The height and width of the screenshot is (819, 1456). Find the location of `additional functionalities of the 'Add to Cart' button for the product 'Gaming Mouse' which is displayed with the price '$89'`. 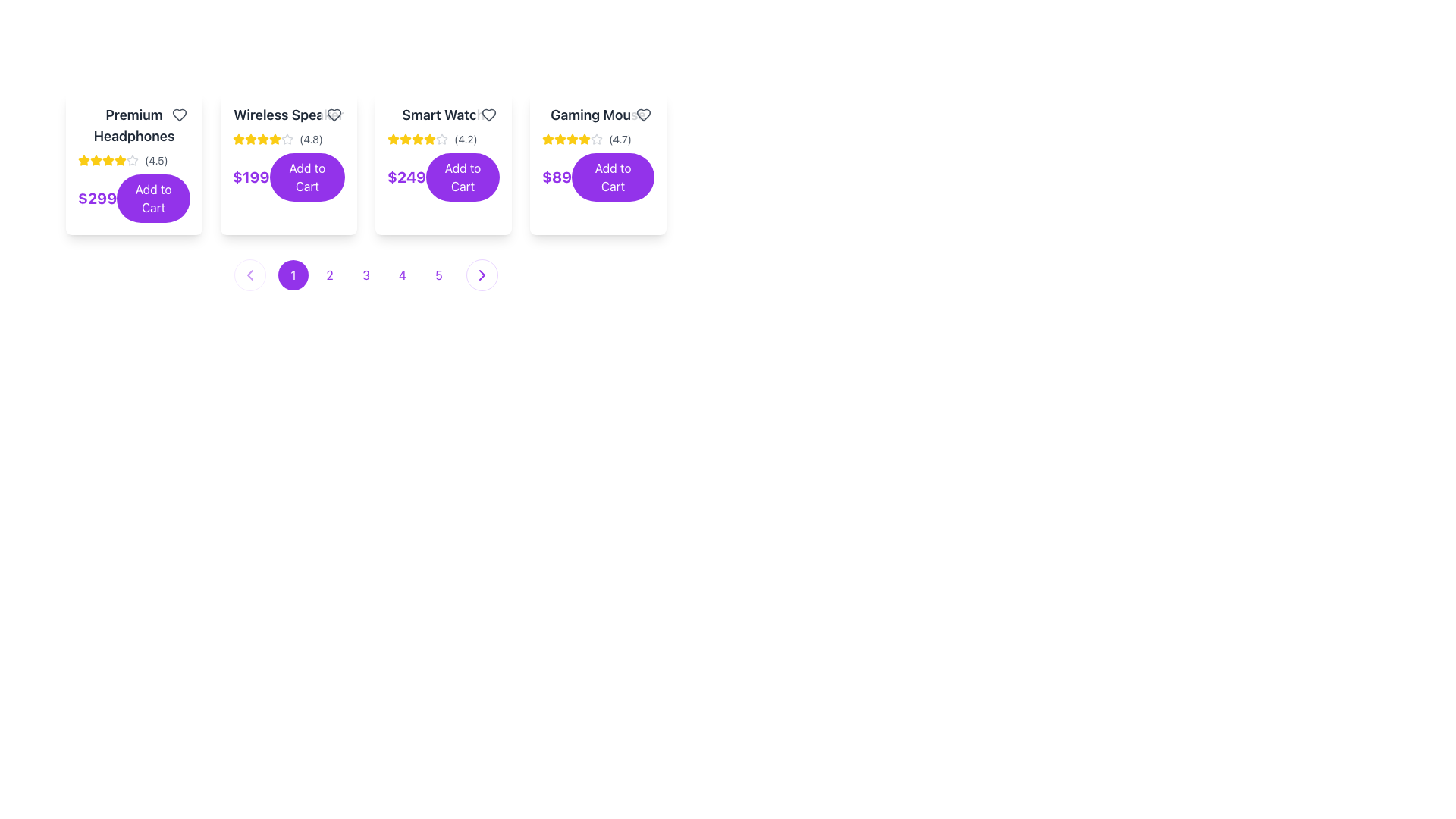

additional functionalities of the 'Add to Cart' button for the product 'Gaming Mouse' which is displayed with the price '$89' is located at coordinates (597, 177).